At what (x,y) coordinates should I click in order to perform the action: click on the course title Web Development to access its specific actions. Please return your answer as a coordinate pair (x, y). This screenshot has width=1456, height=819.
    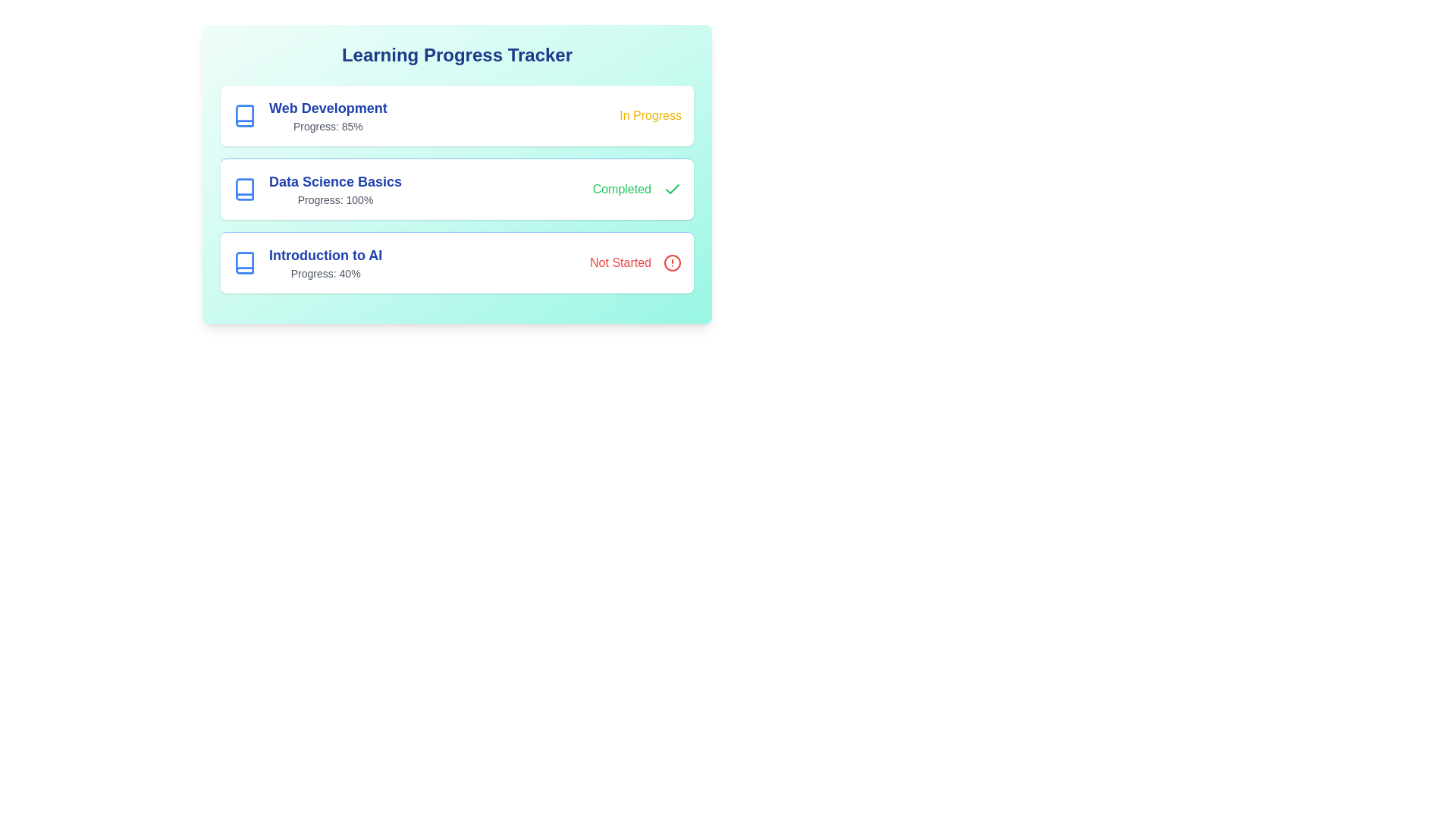
    Looking at the image, I should click on (309, 115).